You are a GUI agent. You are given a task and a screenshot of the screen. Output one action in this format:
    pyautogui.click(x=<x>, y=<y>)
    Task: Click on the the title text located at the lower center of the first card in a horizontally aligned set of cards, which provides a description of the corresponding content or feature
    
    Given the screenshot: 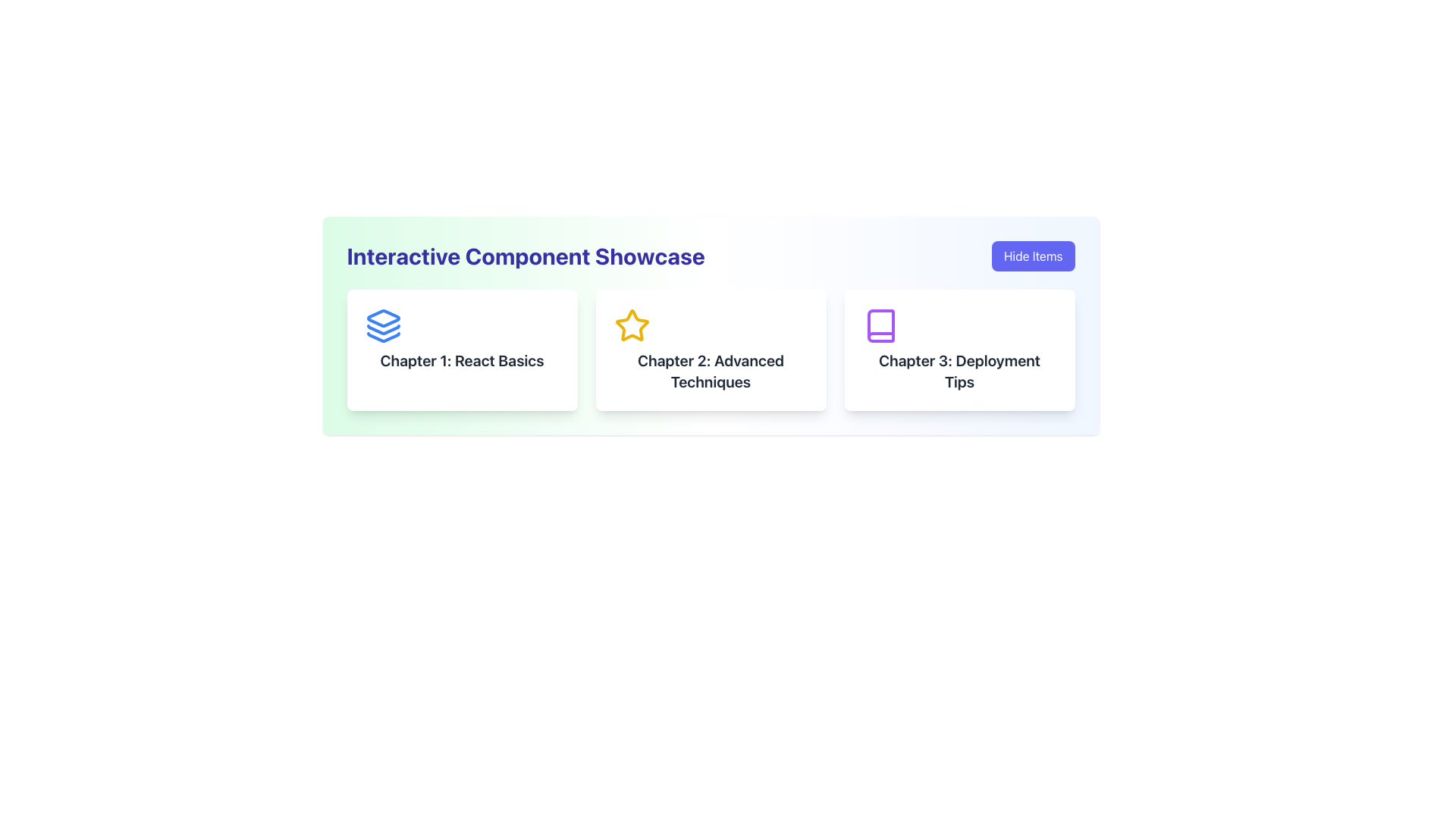 What is the action you would take?
    pyautogui.click(x=461, y=360)
    